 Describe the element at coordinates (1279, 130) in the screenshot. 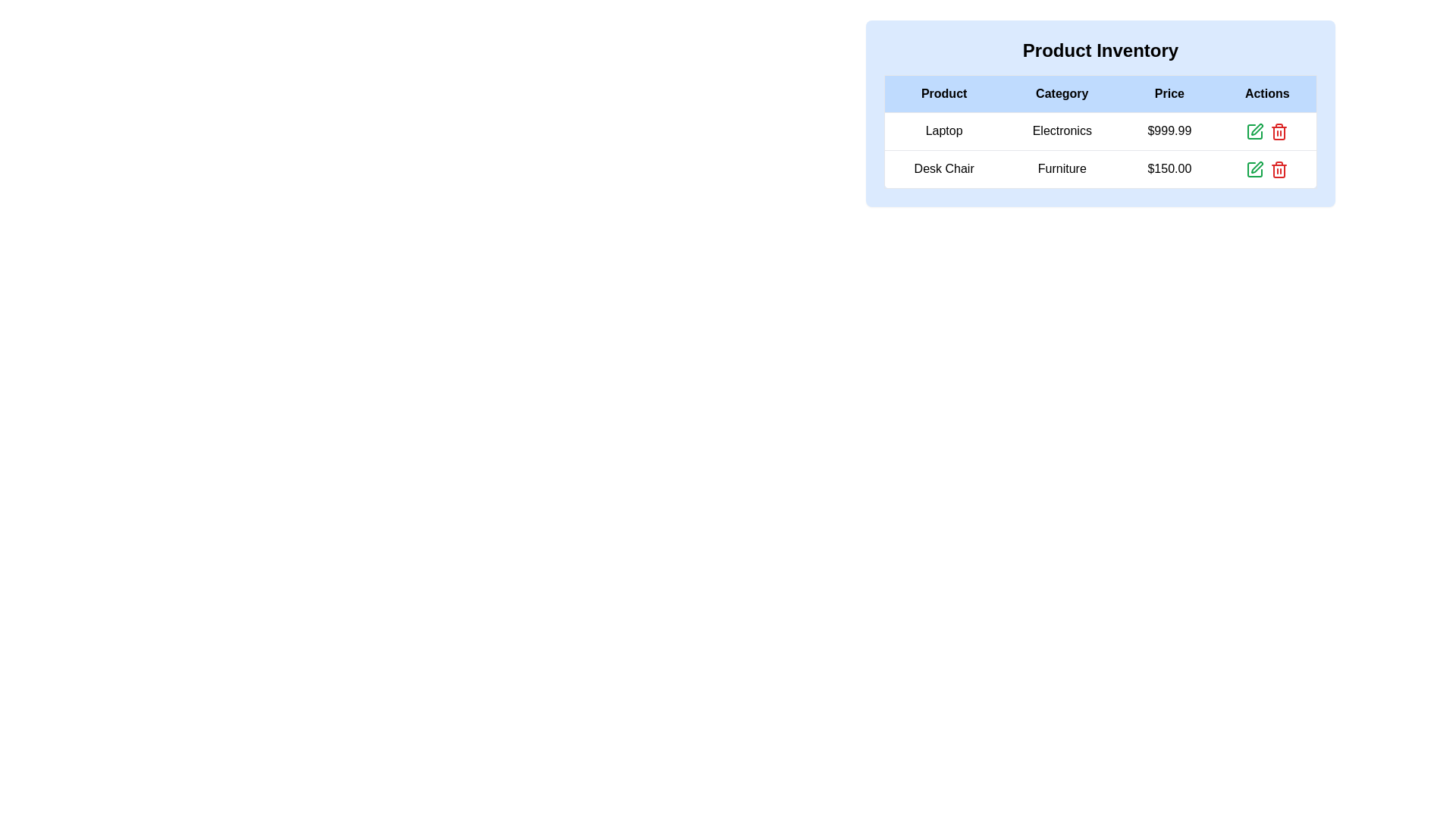

I see `the red trash bin icon button under the 'Actions' column in the first row corresponding to the product labeled 'Laptop' to initiate the delete action` at that location.